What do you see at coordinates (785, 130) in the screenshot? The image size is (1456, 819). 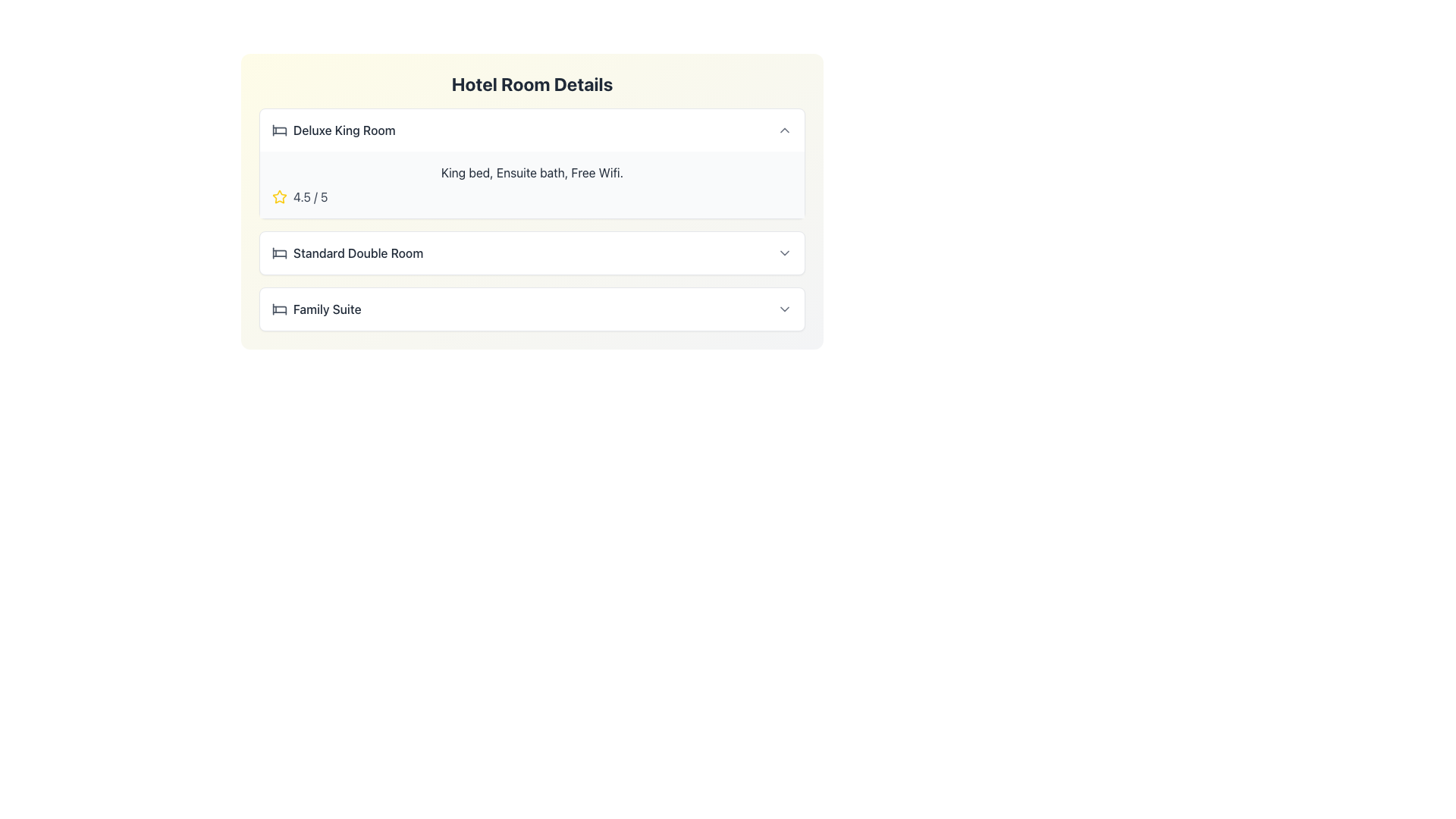 I see `the upward-pointing chevron icon located at the right-hand side of the 'Deluxe King Room' section to elicit a visual response` at bounding box center [785, 130].